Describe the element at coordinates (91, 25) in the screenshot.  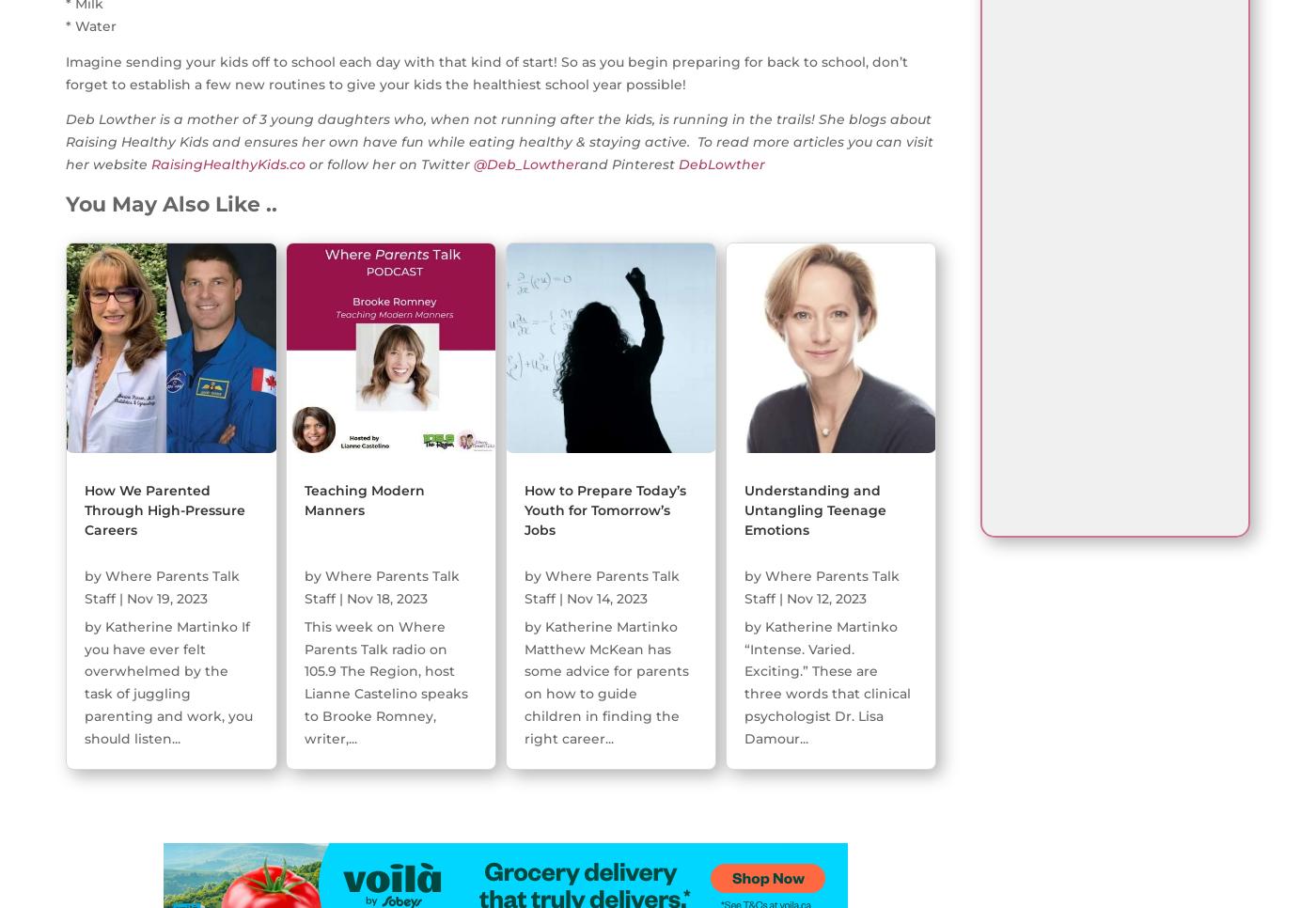
I see `'* Water'` at that location.